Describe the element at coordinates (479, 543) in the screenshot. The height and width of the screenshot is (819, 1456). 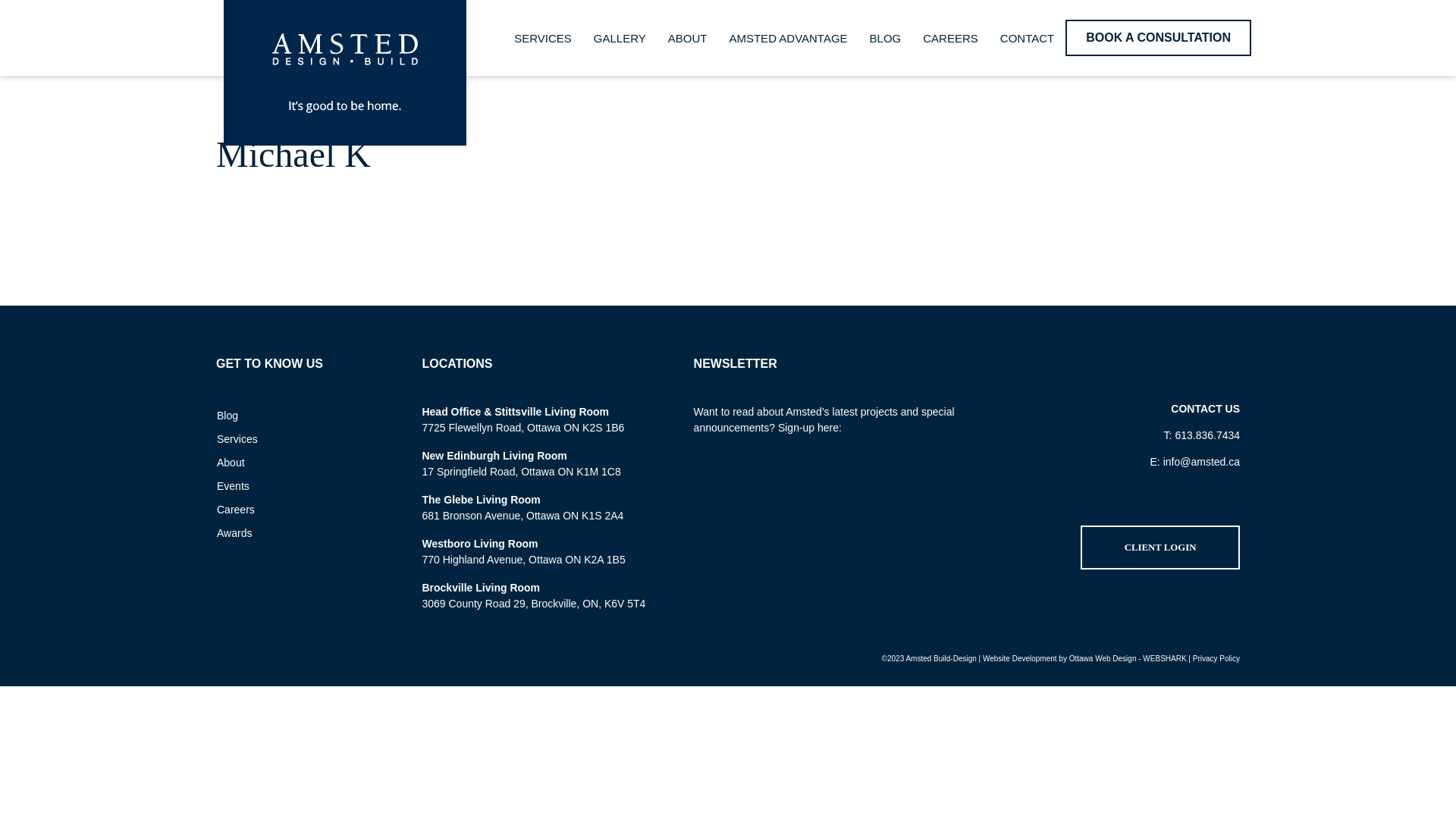
I see `'Westboro Living Room'` at that location.